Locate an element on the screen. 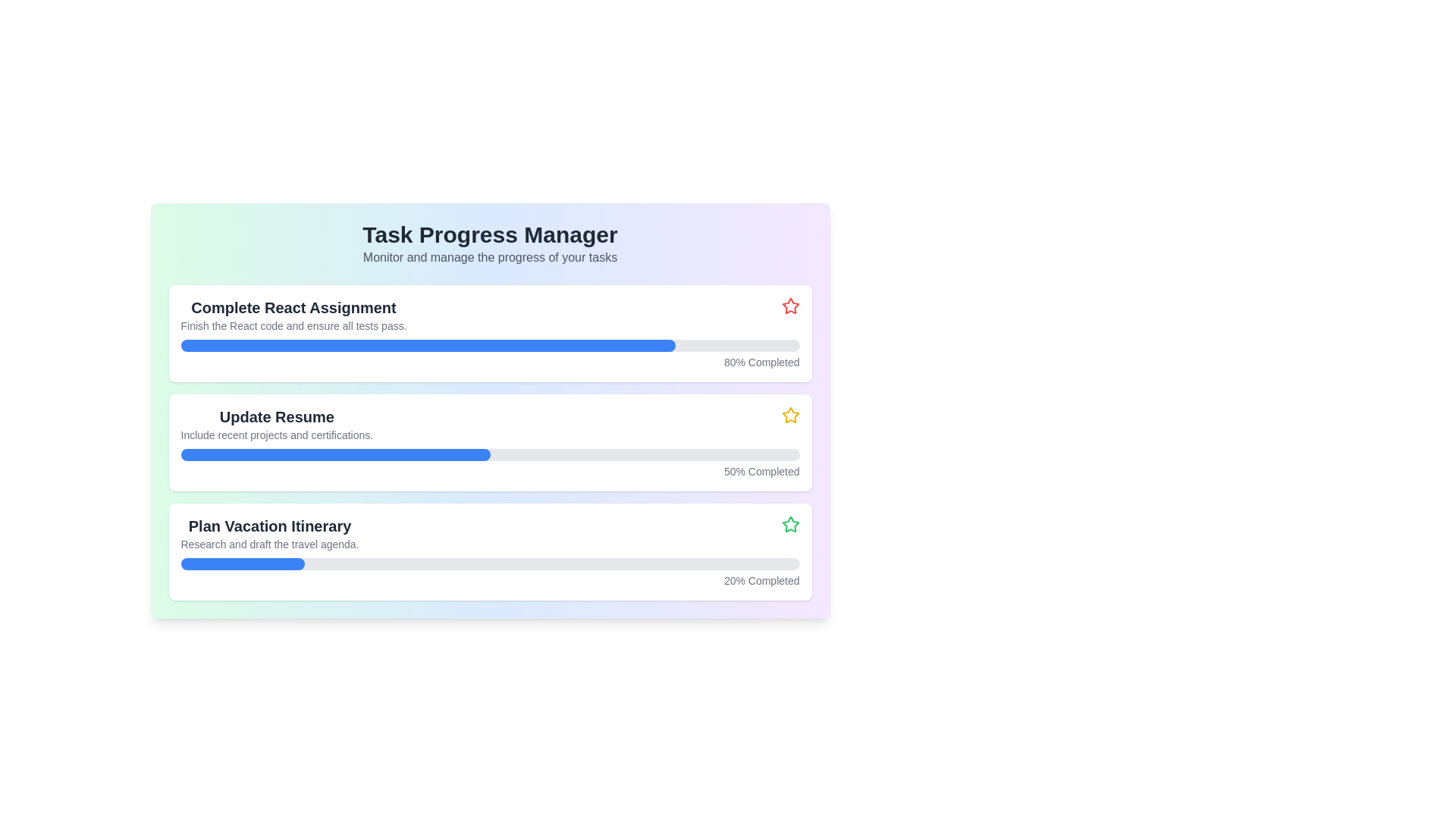 Image resolution: width=1456 pixels, height=819 pixels. the 'Task Progress Manager' text element, which is prominently displayed at the top-center of the page is located at coordinates (490, 234).